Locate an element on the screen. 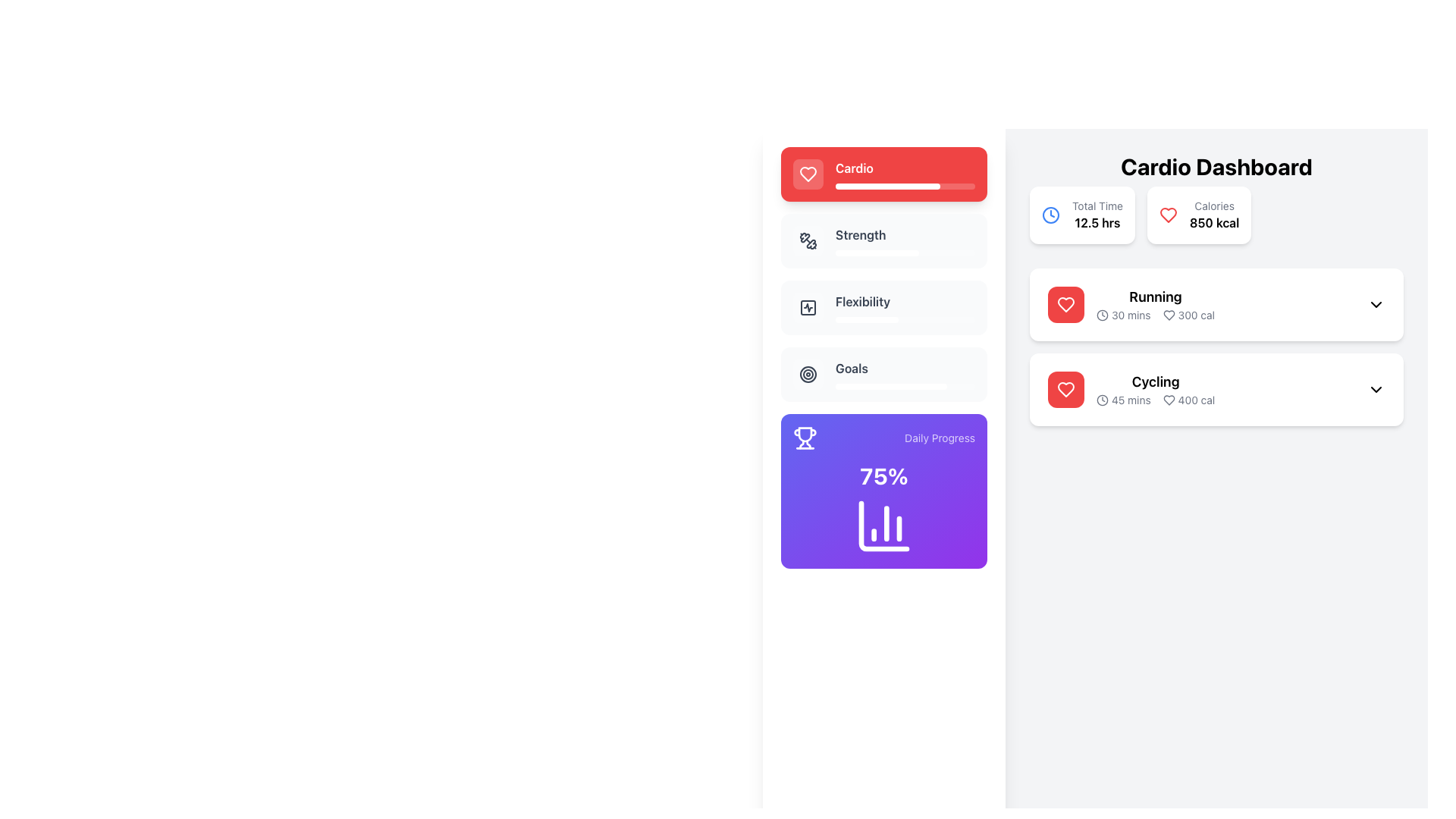  the calorie count text display located below the red heart icon in the 'Cardio Dashboard' section, which is the second item on the second row of the main panel is located at coordinates (1214, 215).